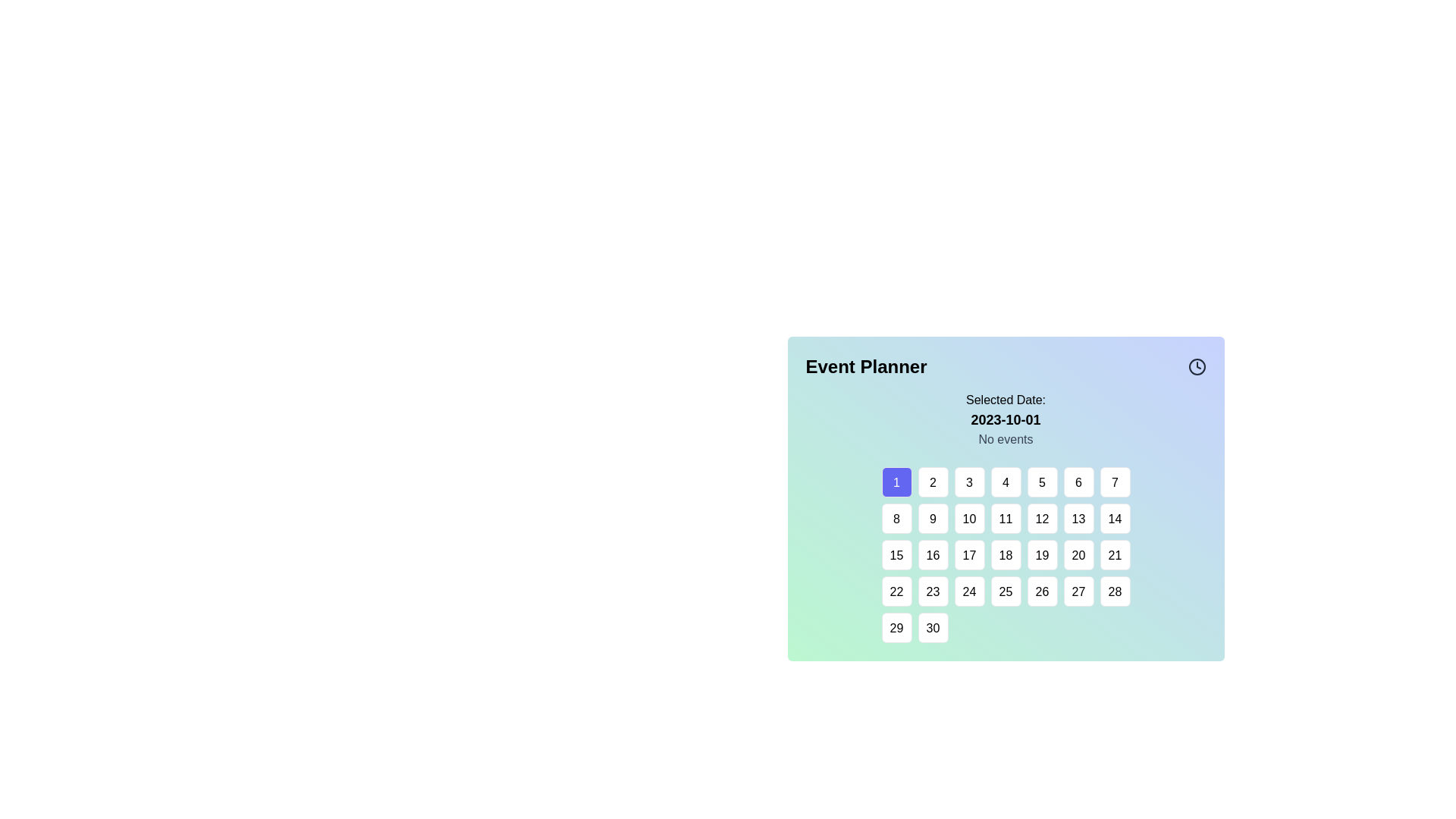 The width and height of the screenshot is (1456, 819). I want to click on the interactive button in the calendar interface, so click(1041, 517).